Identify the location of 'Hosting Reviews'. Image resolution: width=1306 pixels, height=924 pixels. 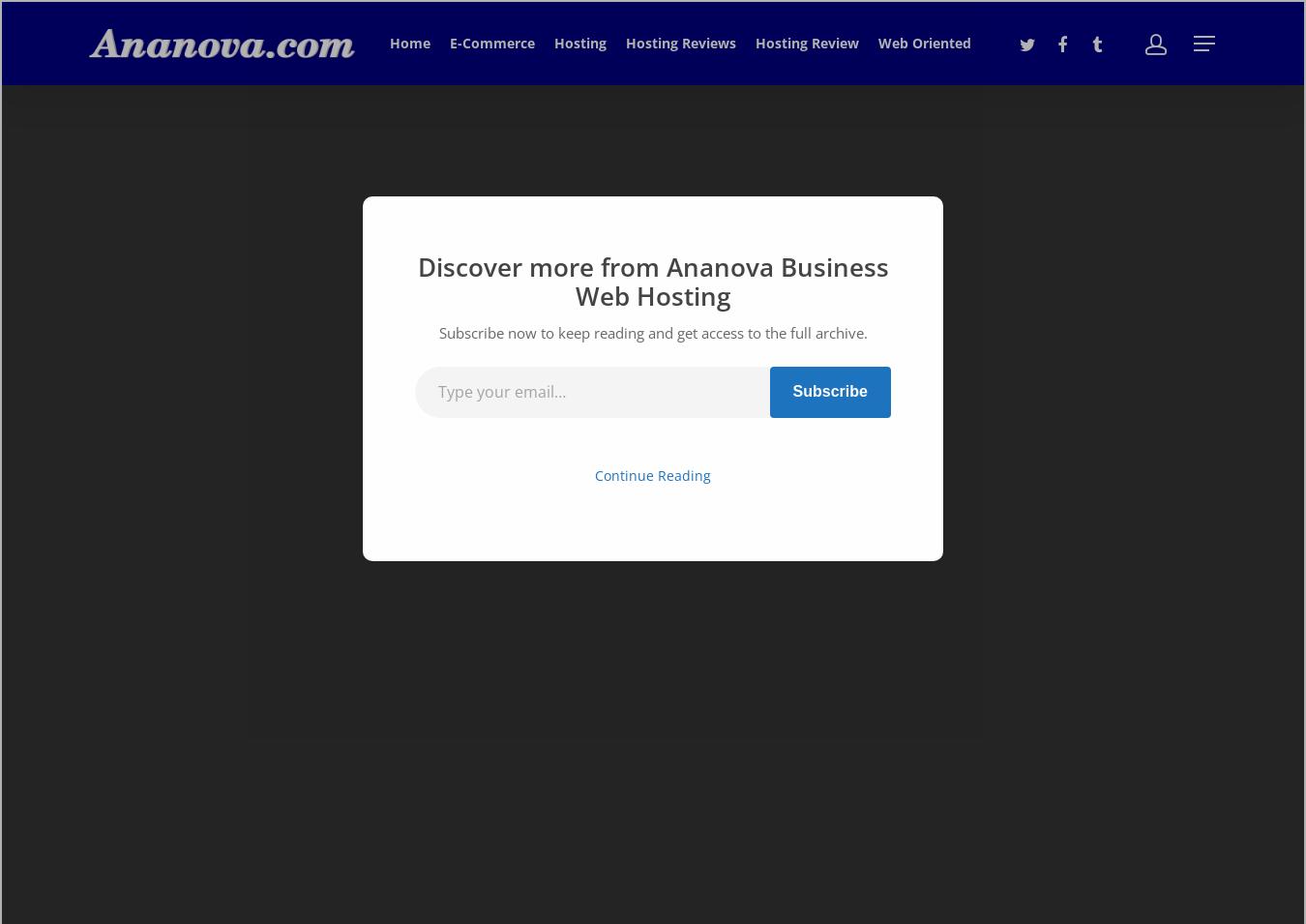
(626, 42).